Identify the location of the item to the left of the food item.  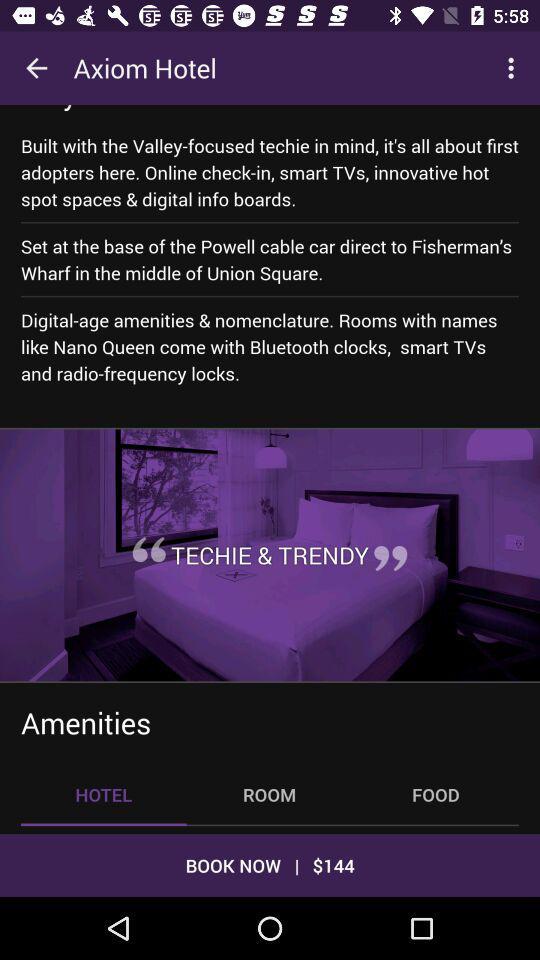
(269, 794).